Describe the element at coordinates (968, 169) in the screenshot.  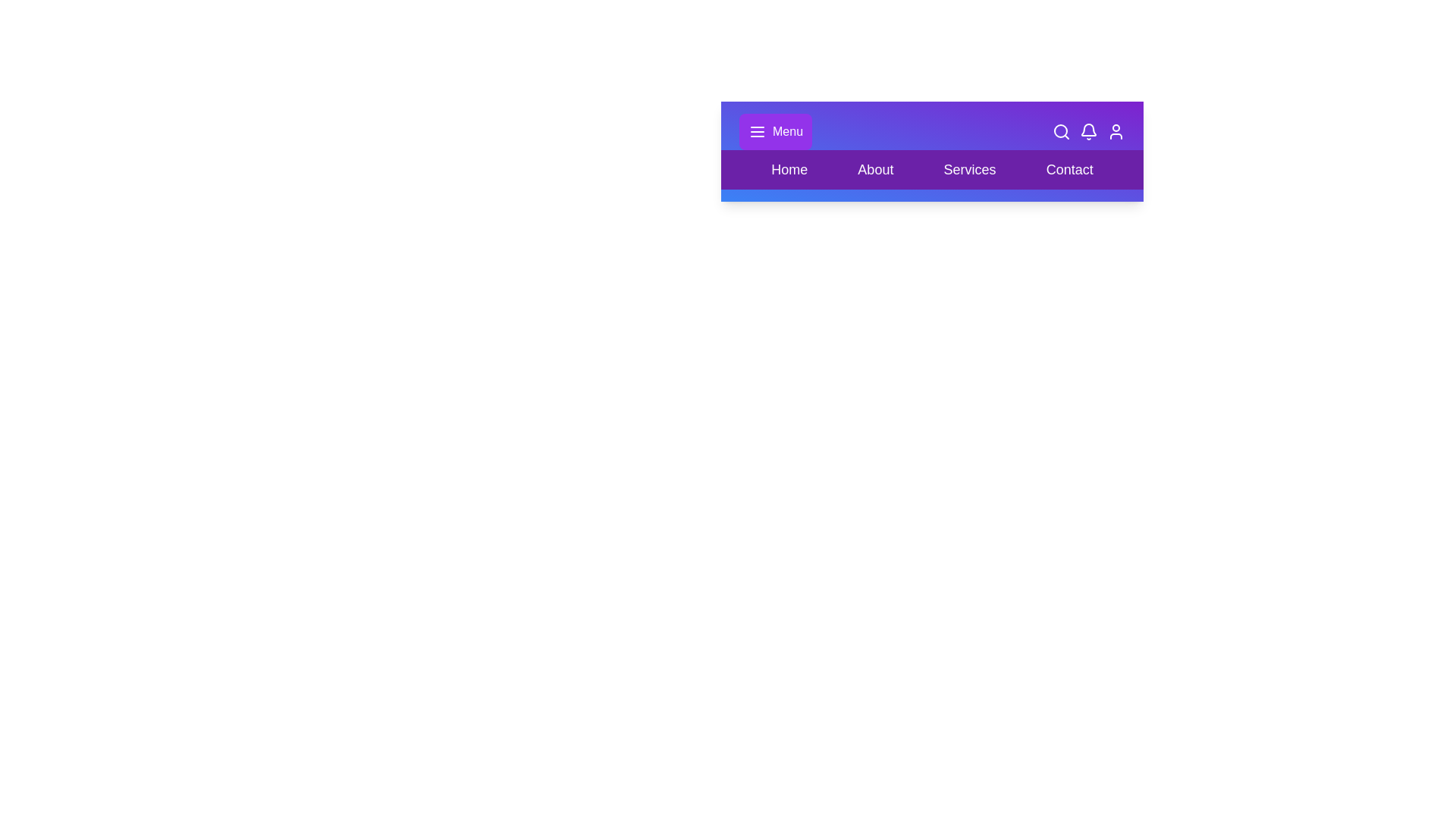
I see `the element Services to highlight it` at that location.